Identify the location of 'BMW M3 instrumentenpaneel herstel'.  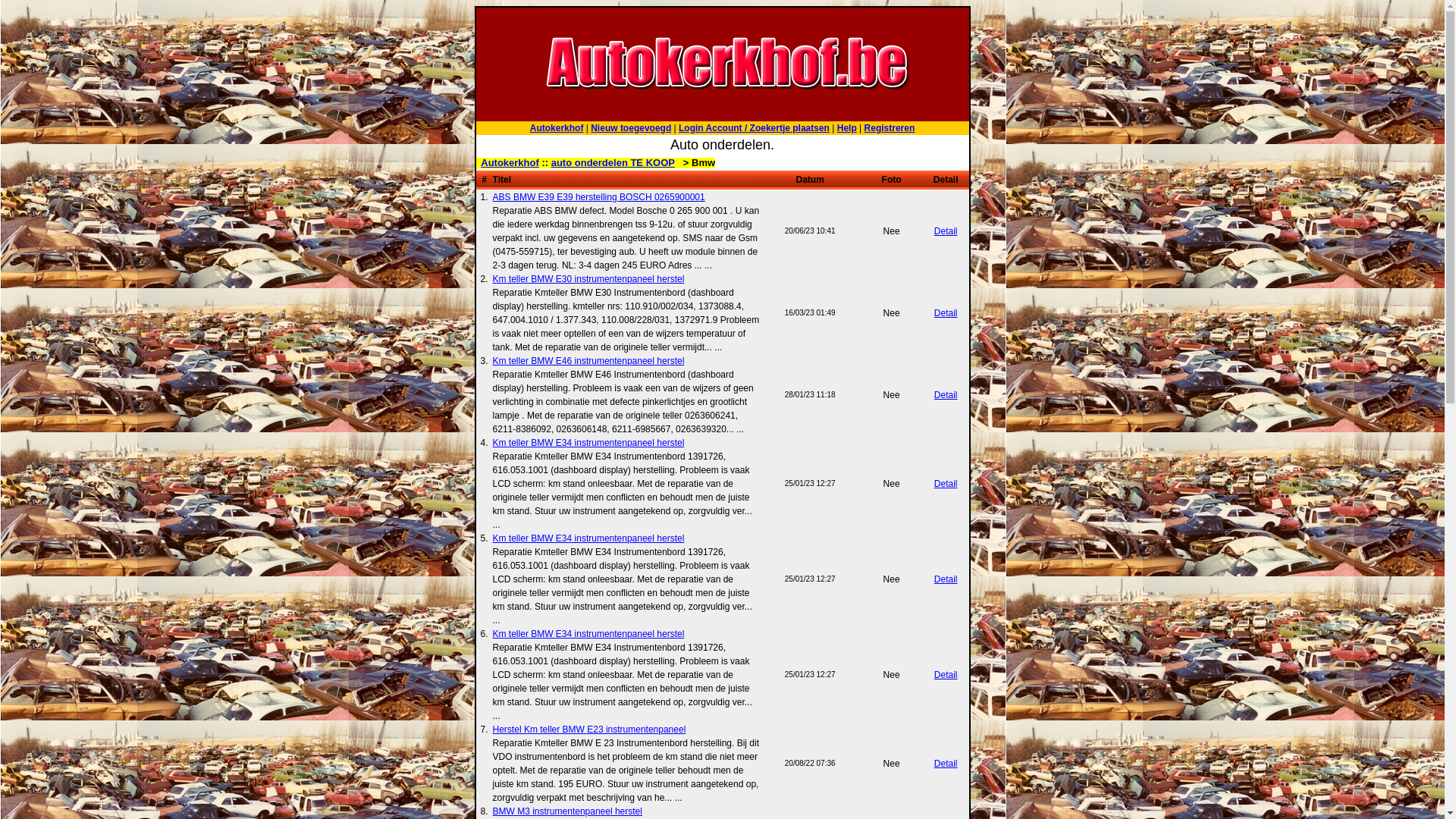
(566, 809).